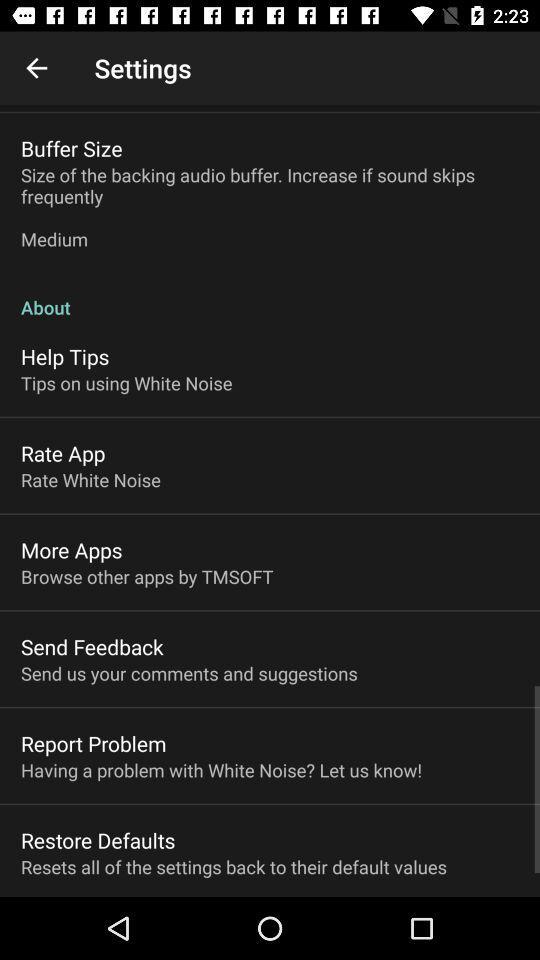 This screenshot has height=960, width=540. Describe the element at coordinates (36, 68) in the screenshot. I see `icon to the left of settings` at that location.